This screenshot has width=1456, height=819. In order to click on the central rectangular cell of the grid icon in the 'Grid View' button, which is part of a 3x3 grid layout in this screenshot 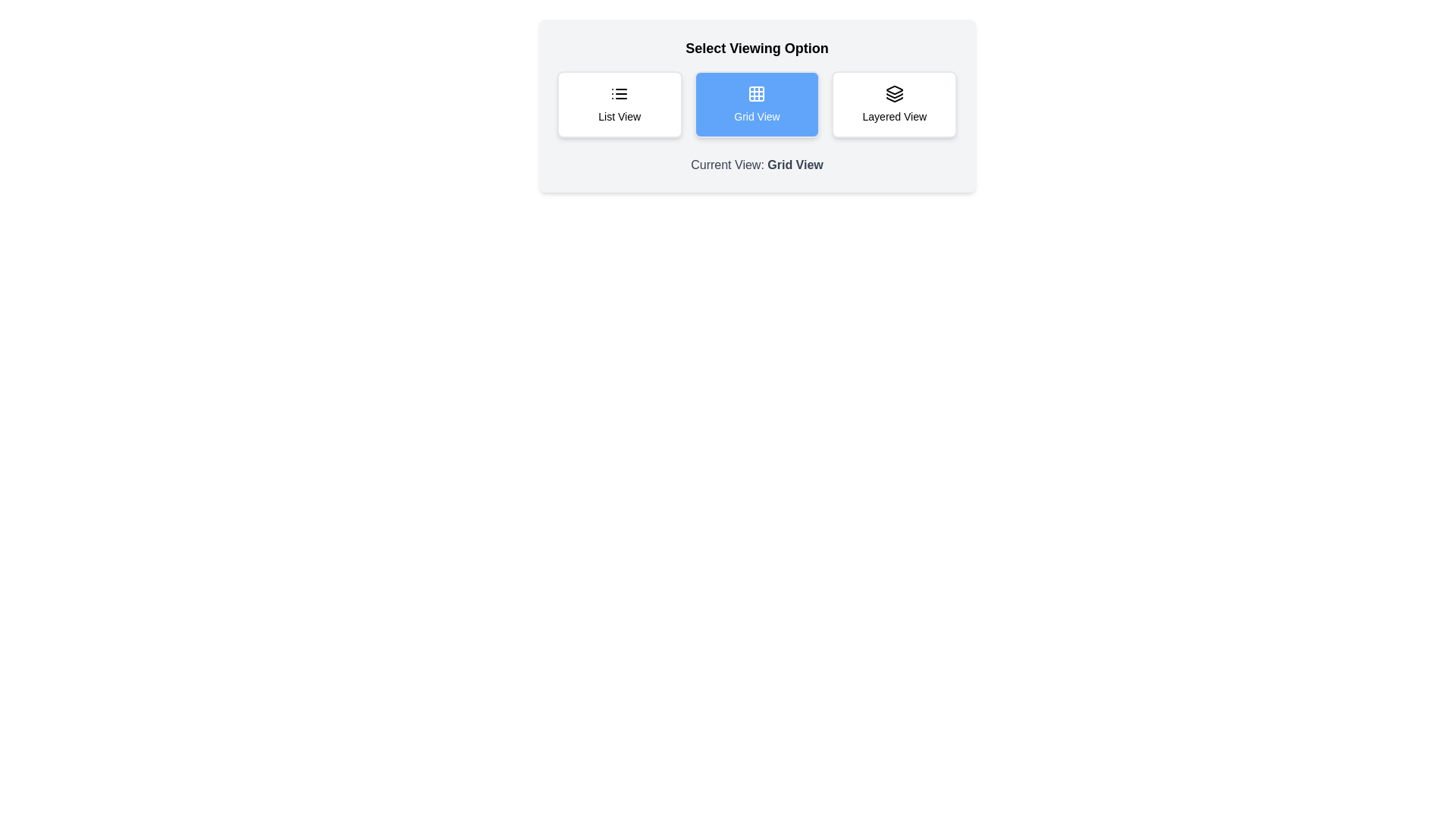, I will do `click(757, 93)`.